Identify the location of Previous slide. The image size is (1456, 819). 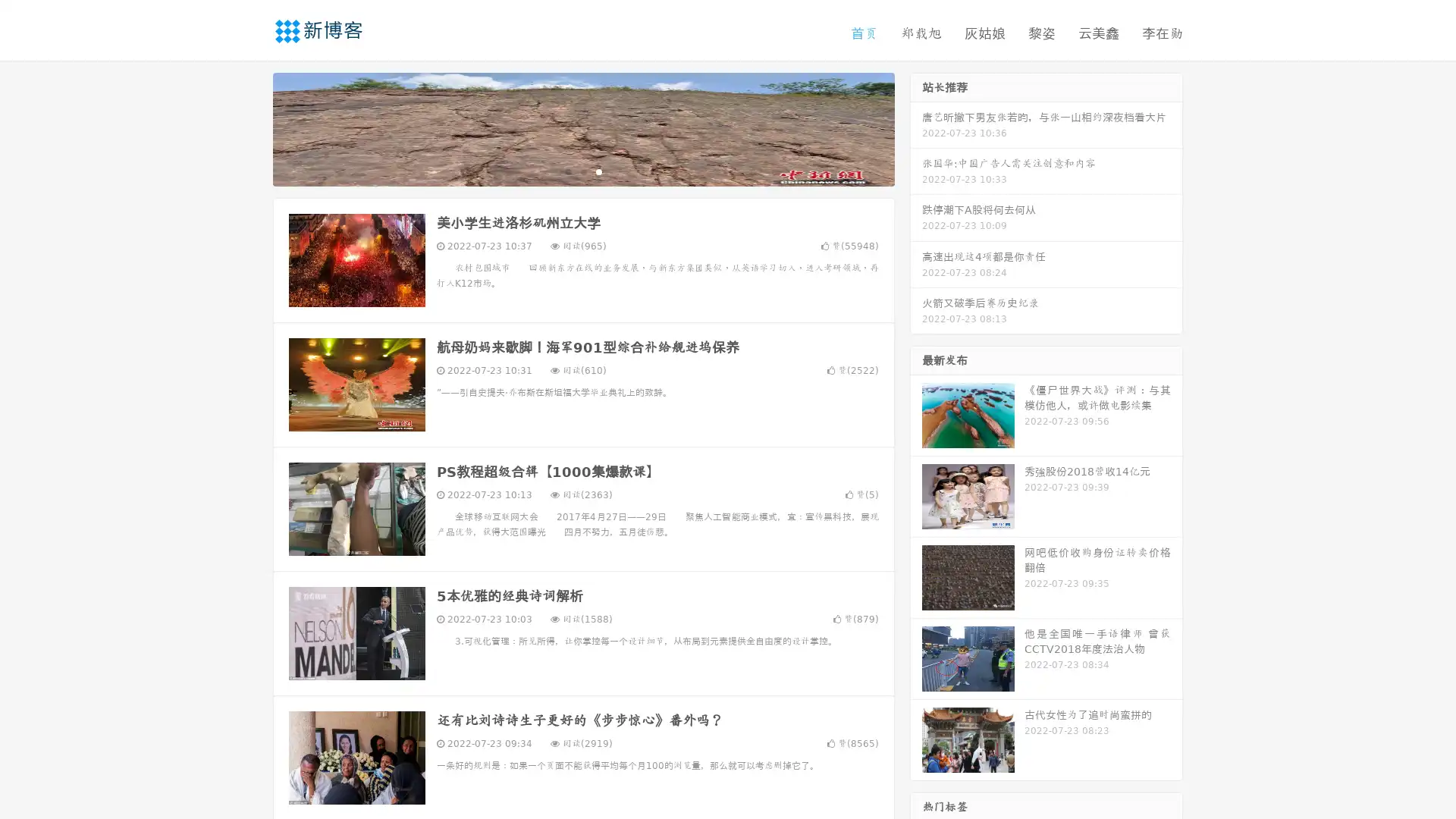
(250, 127).